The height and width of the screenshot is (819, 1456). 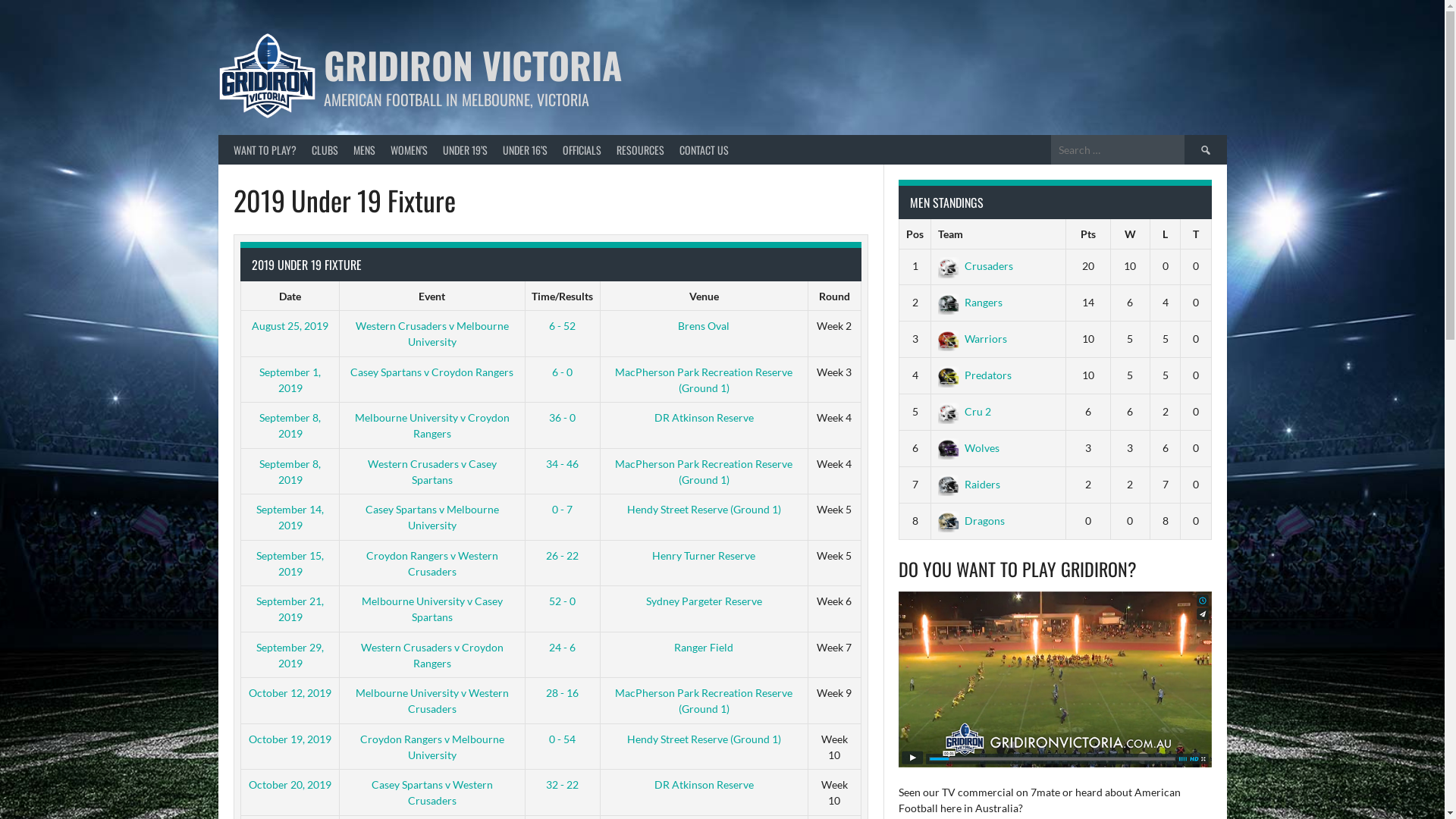 What do you see at coordinates (431, 470) in the screenshot?
I see `'Western Crusaders v Casey Spartans'` at bounding box center [431, 470].